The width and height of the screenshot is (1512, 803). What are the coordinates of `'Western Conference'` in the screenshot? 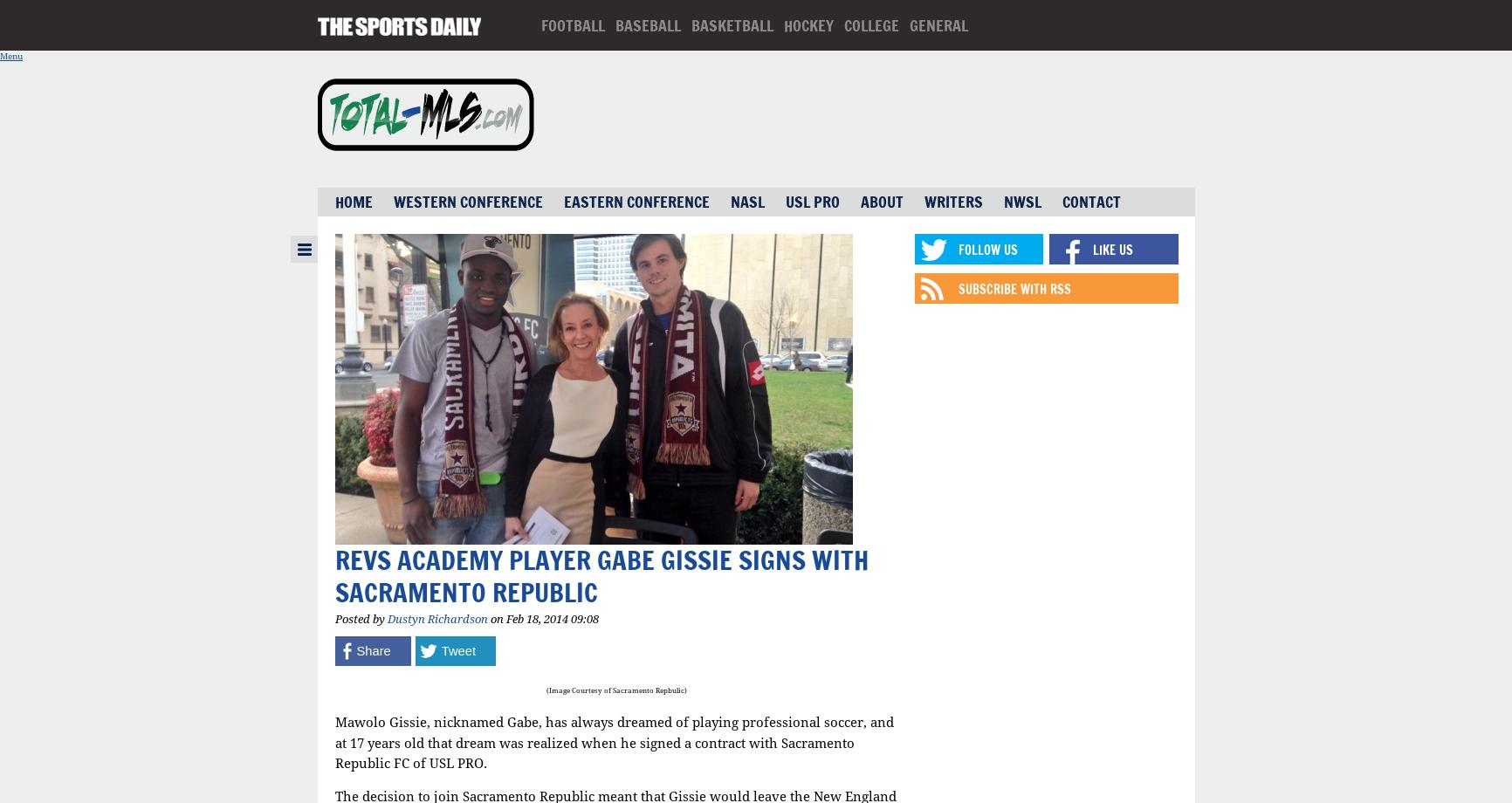 It's located at (467, 202).